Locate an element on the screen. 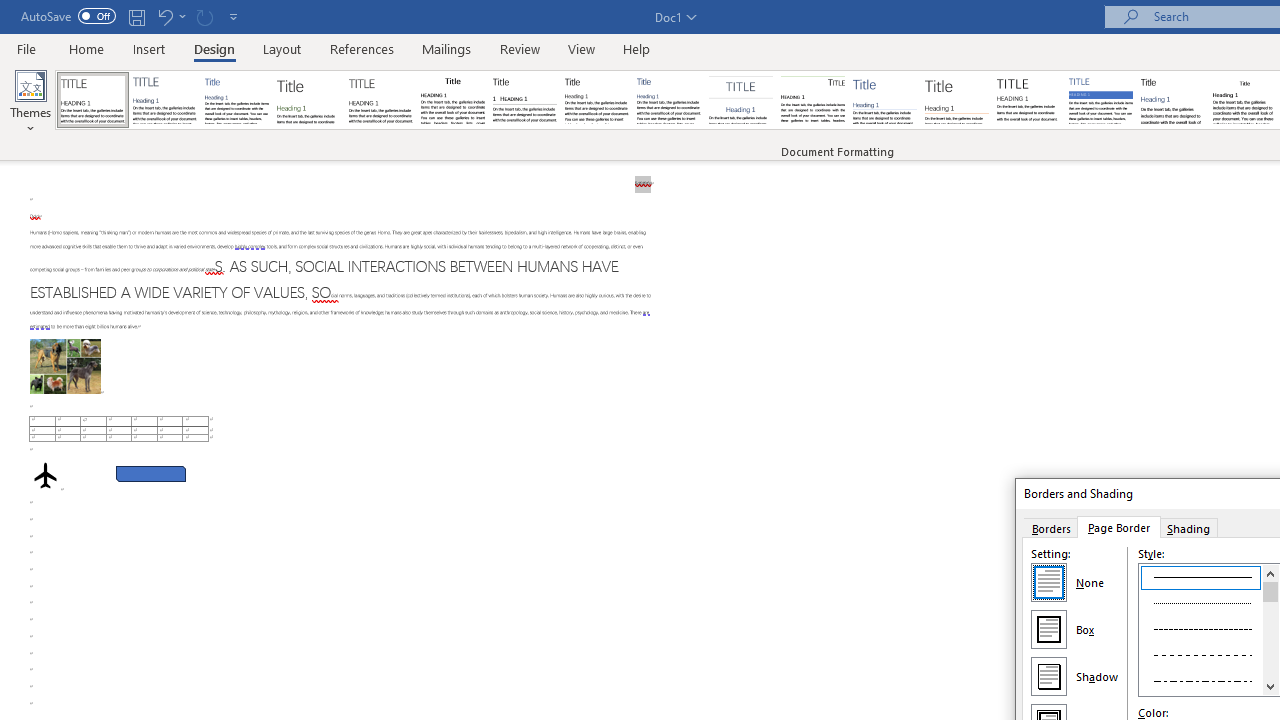  'Lines (Distinctive)' is located at coordinates (812, 100).